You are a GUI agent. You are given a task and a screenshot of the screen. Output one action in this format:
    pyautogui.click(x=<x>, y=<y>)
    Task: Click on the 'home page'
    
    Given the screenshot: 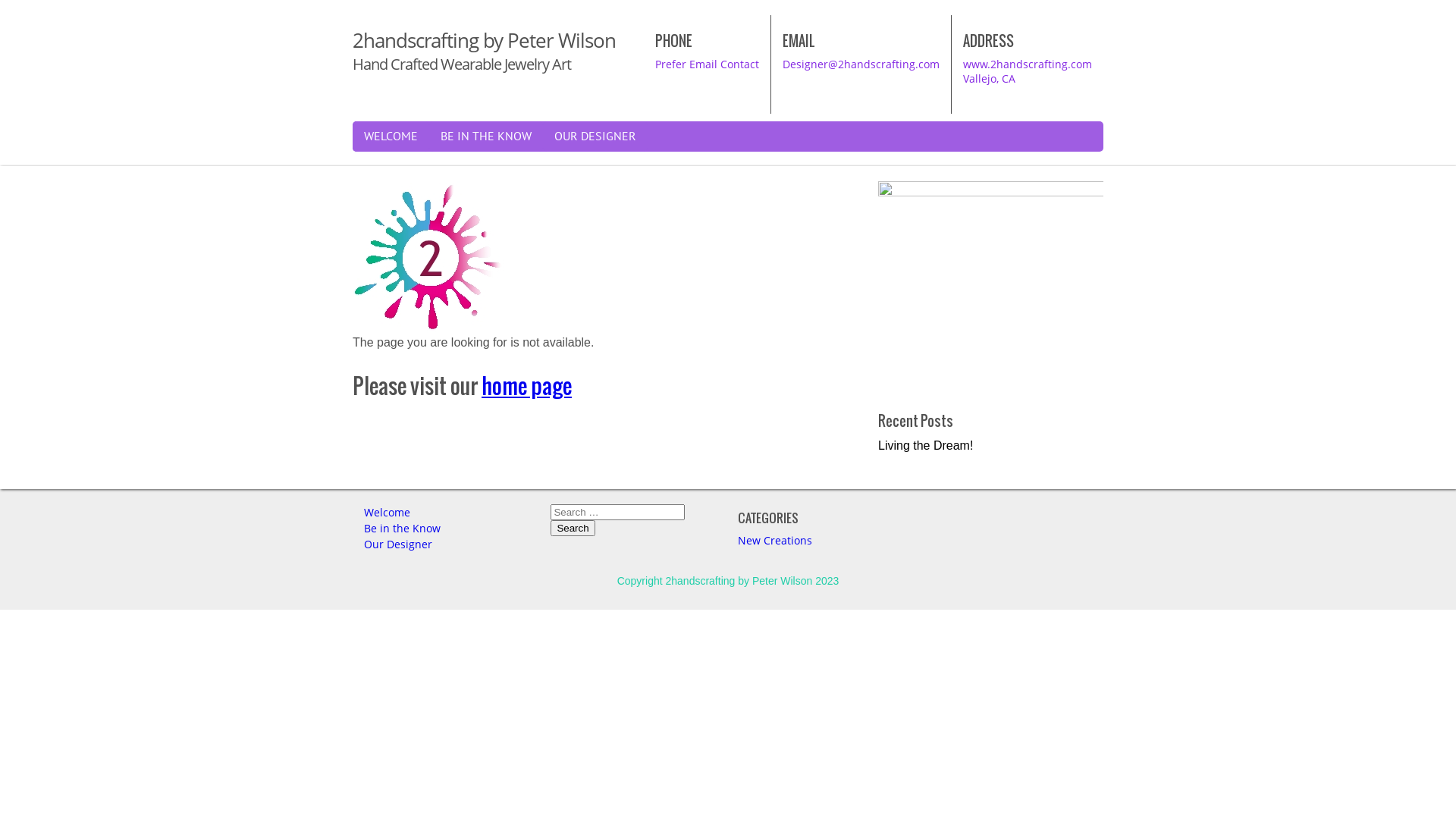 What is the action you would take?
    pyautogui.click(x=526, y=385)
    